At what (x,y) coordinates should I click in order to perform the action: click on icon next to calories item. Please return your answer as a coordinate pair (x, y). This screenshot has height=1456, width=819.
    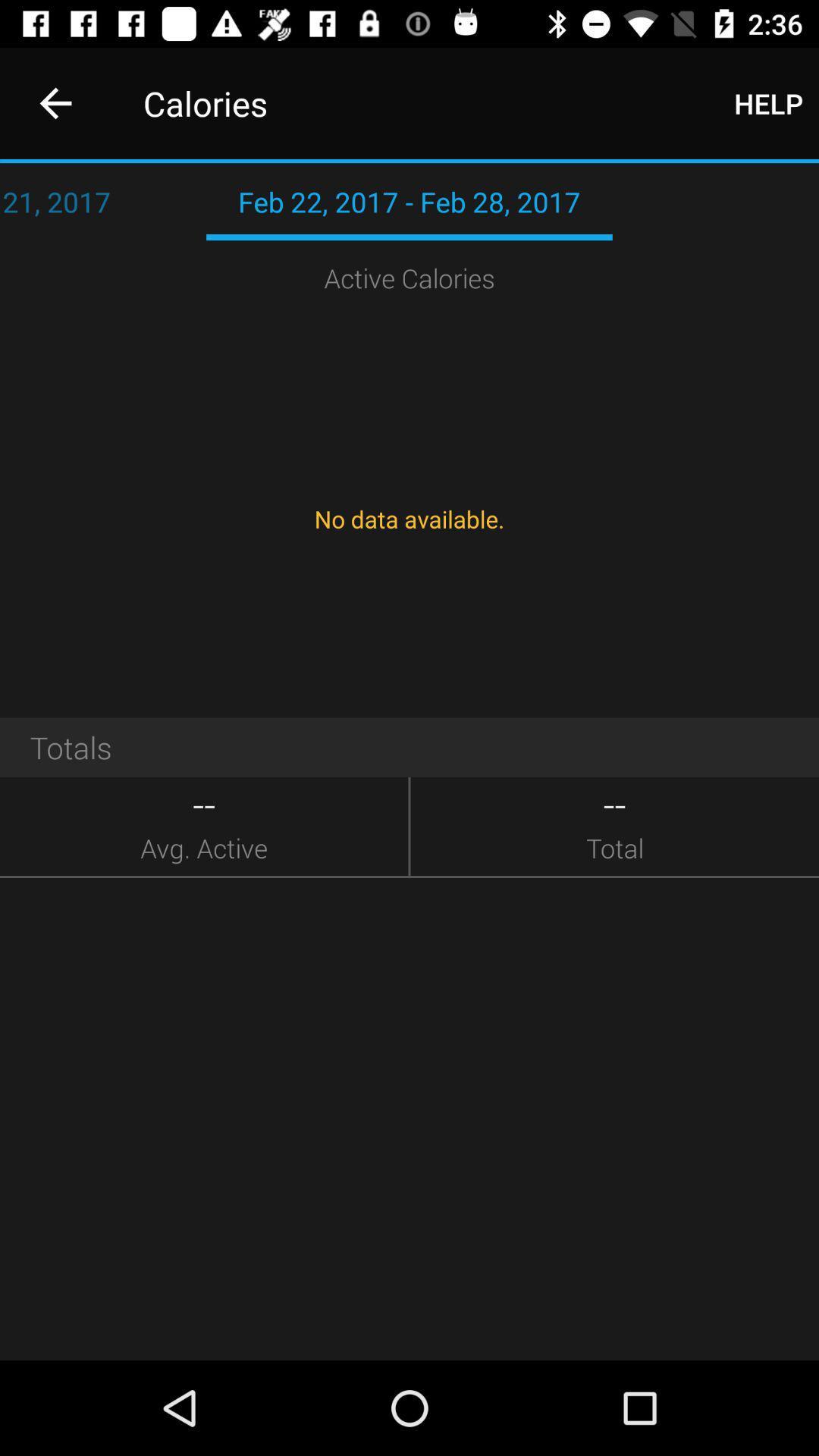
    Looking at the image, I should click on (768, 102).